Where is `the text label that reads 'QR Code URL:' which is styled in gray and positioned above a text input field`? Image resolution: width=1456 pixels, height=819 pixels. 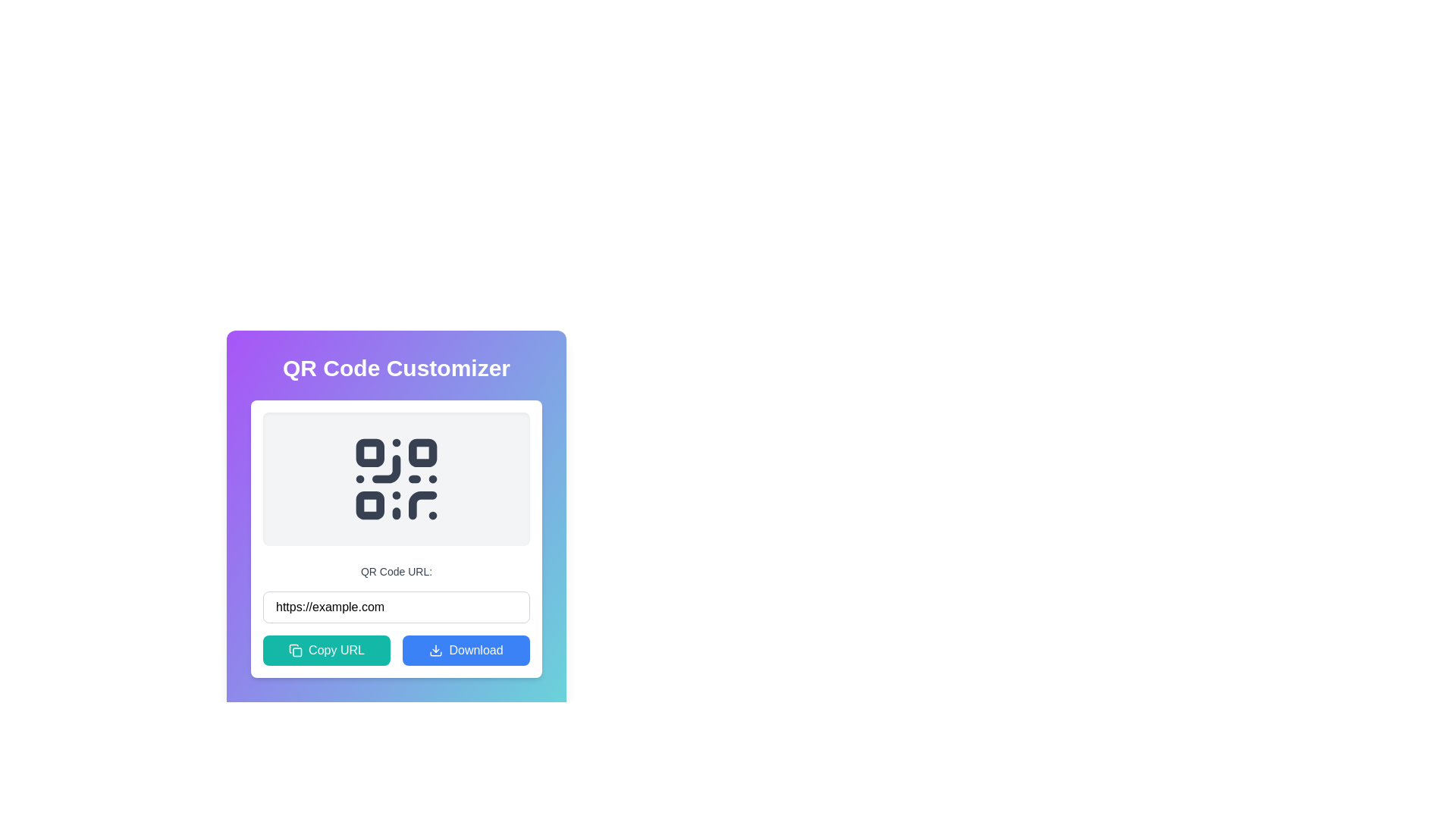
the text label that reads 'QR Code URL:' which is styled in gray and positioned above a text input field is located at coordinates (397, 571).